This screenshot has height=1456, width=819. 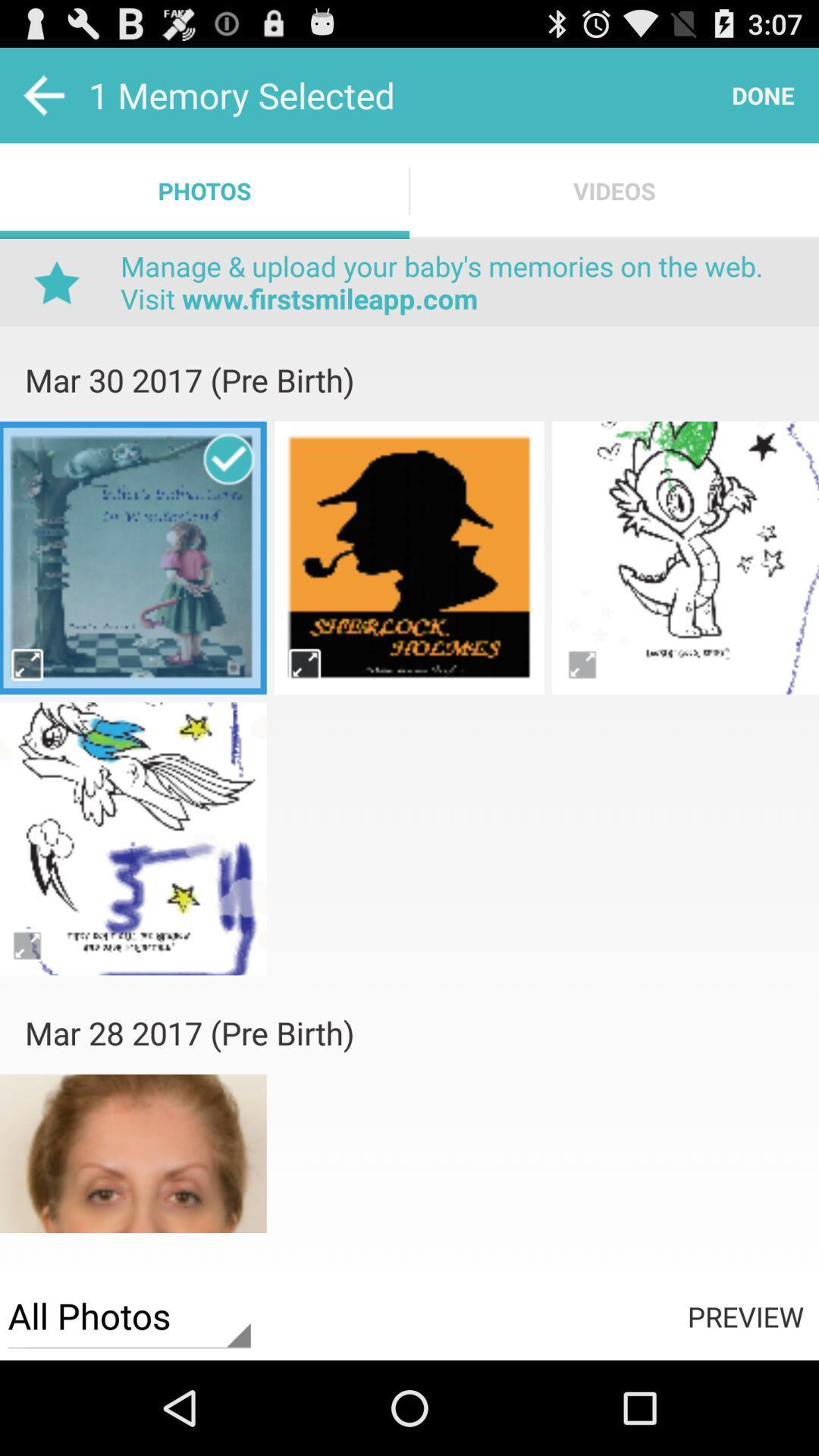 I want to click on gallery photos, so click(x=686, y=557).